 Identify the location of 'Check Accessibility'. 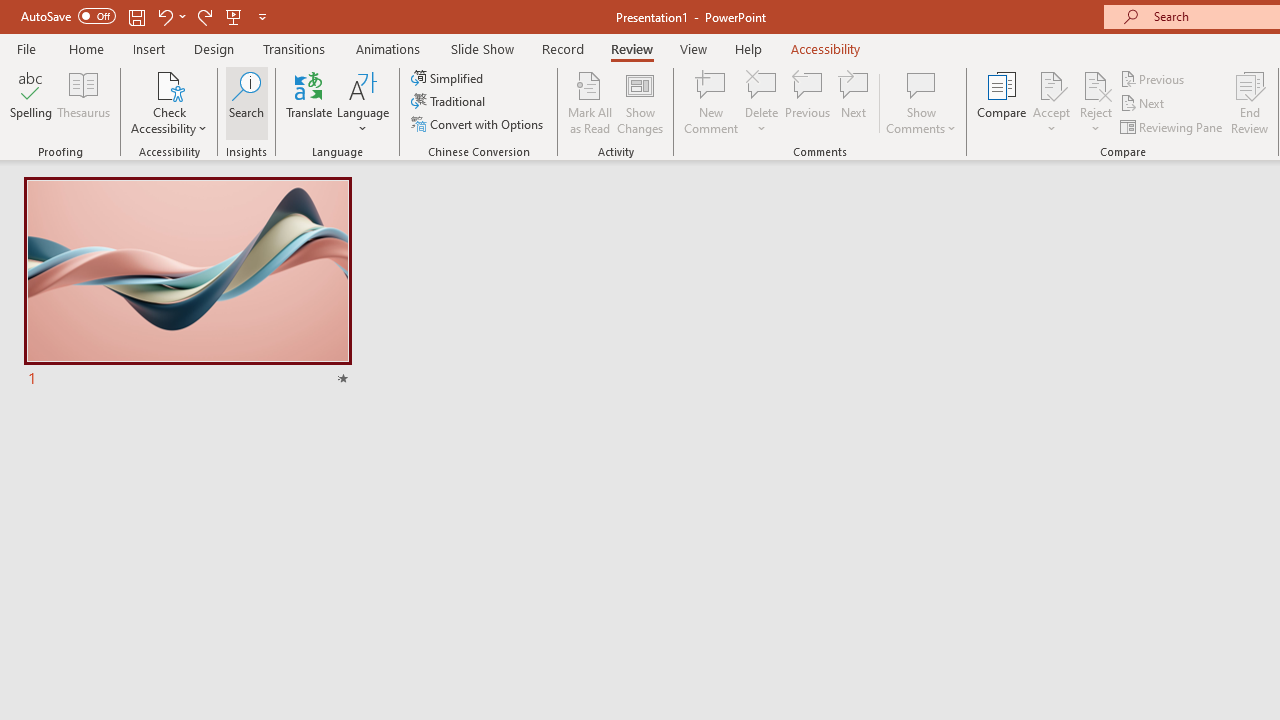
(169, 84).